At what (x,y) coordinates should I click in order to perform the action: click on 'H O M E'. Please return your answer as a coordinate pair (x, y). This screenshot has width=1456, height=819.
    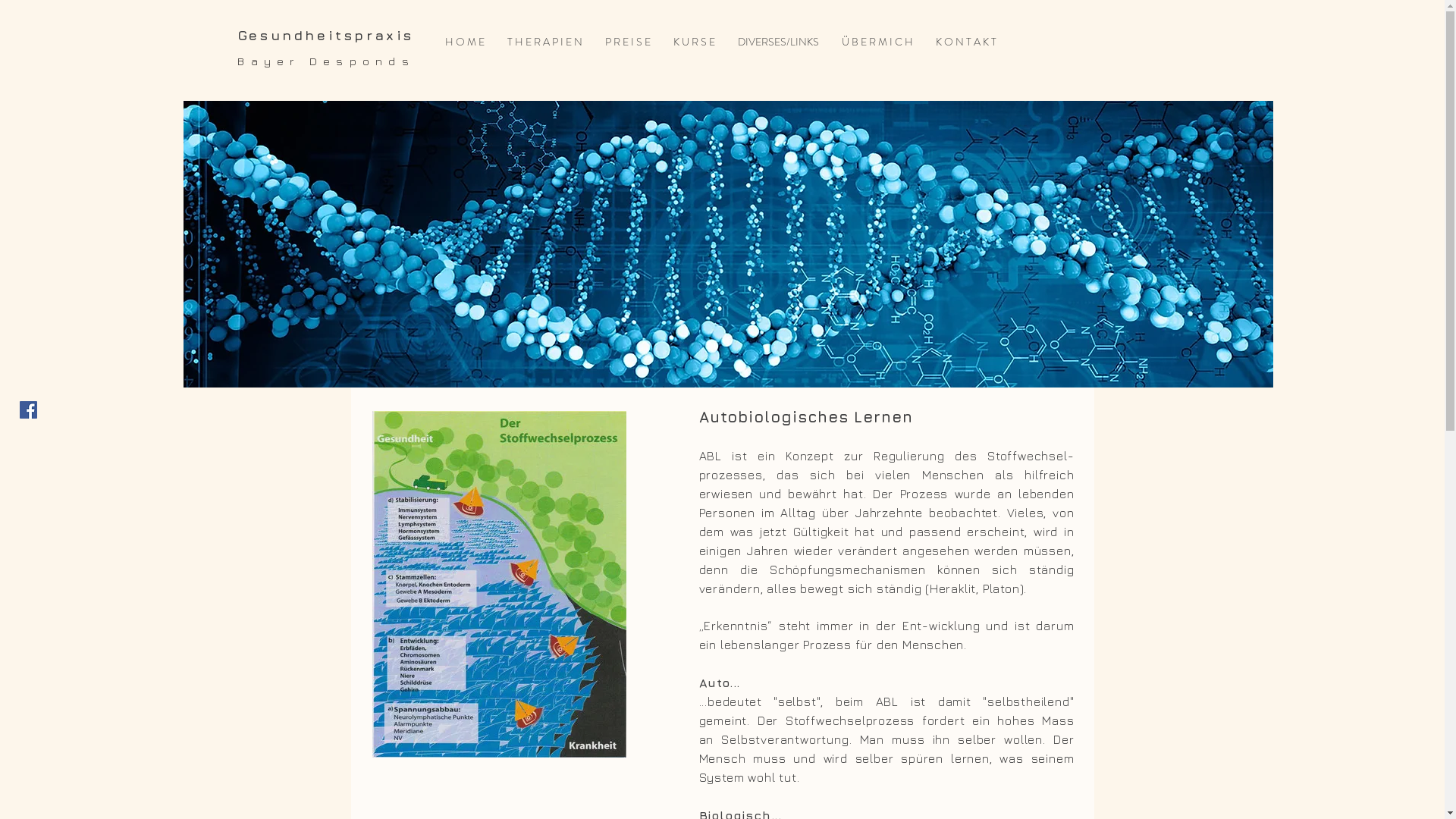
    Looking at the image, I should click on (464, 41).